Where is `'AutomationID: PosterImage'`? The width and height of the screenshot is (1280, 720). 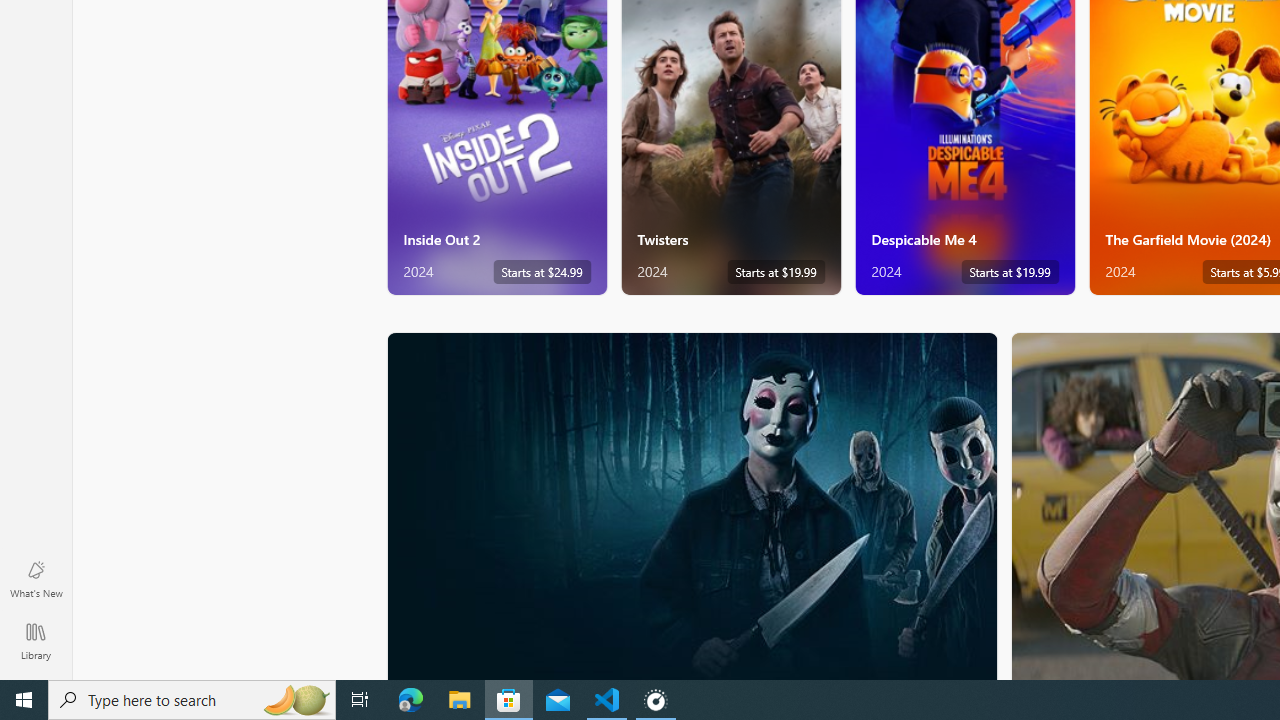 'AutomationID: PosterImage' is located at coordinates (691, 505).